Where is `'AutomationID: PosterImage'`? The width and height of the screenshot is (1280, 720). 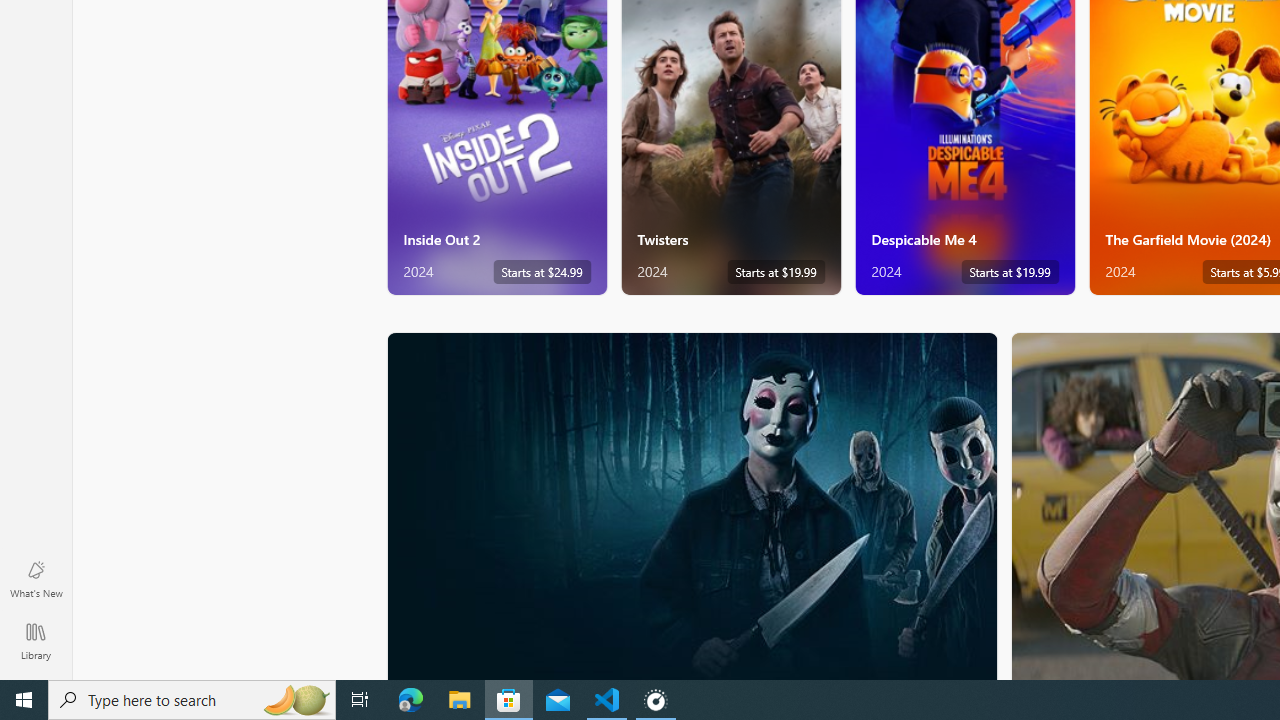 'AutomationID: PosterImage' is located at coordinates (691, 505).